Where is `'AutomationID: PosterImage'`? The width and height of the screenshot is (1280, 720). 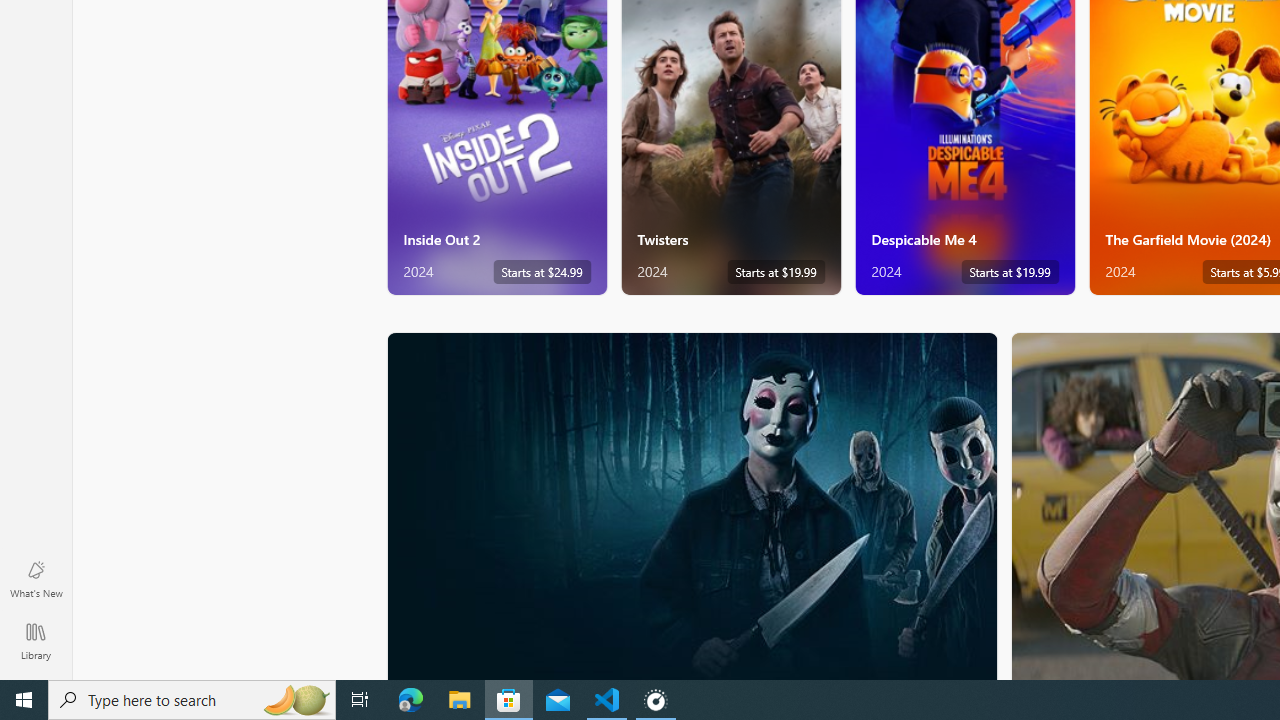 'AutomationID: PosterImage' is located at coordinates (691, 505).